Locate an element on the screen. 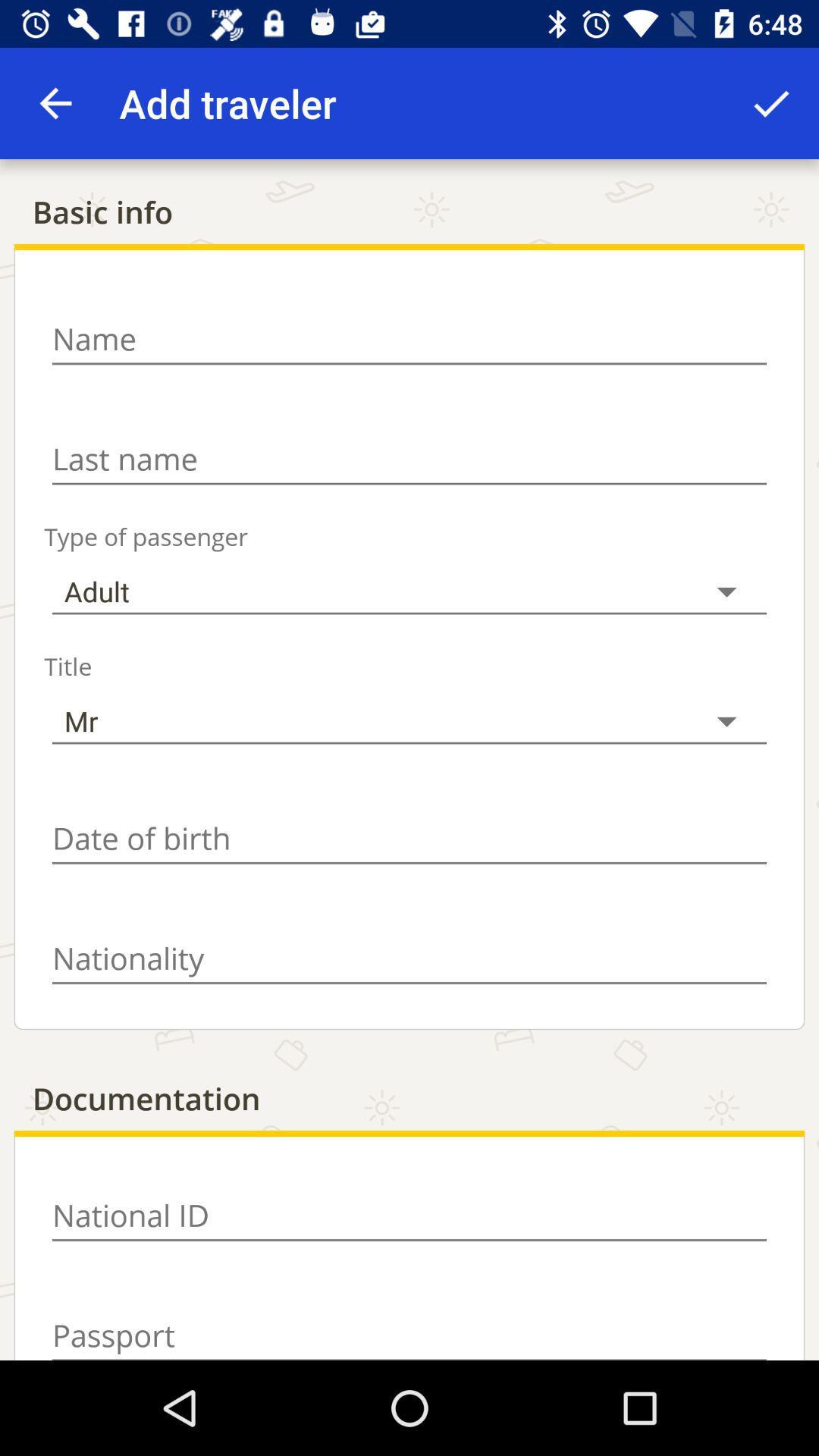  the app to the right of add traveler is located at coordinates (771, 102).